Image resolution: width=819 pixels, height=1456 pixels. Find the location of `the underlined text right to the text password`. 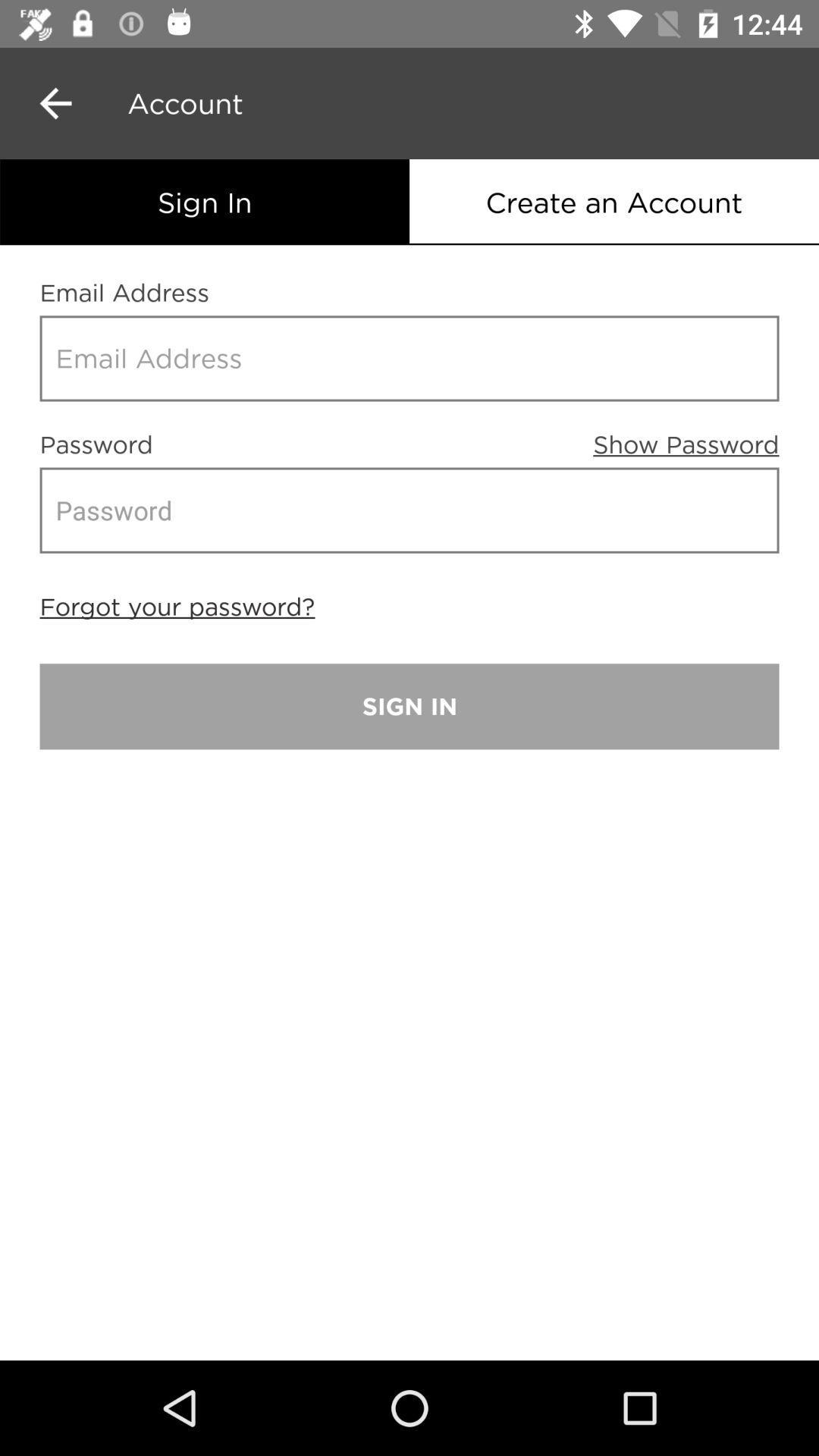

the underlined text right to the text password is located at coordinates (686, 434).